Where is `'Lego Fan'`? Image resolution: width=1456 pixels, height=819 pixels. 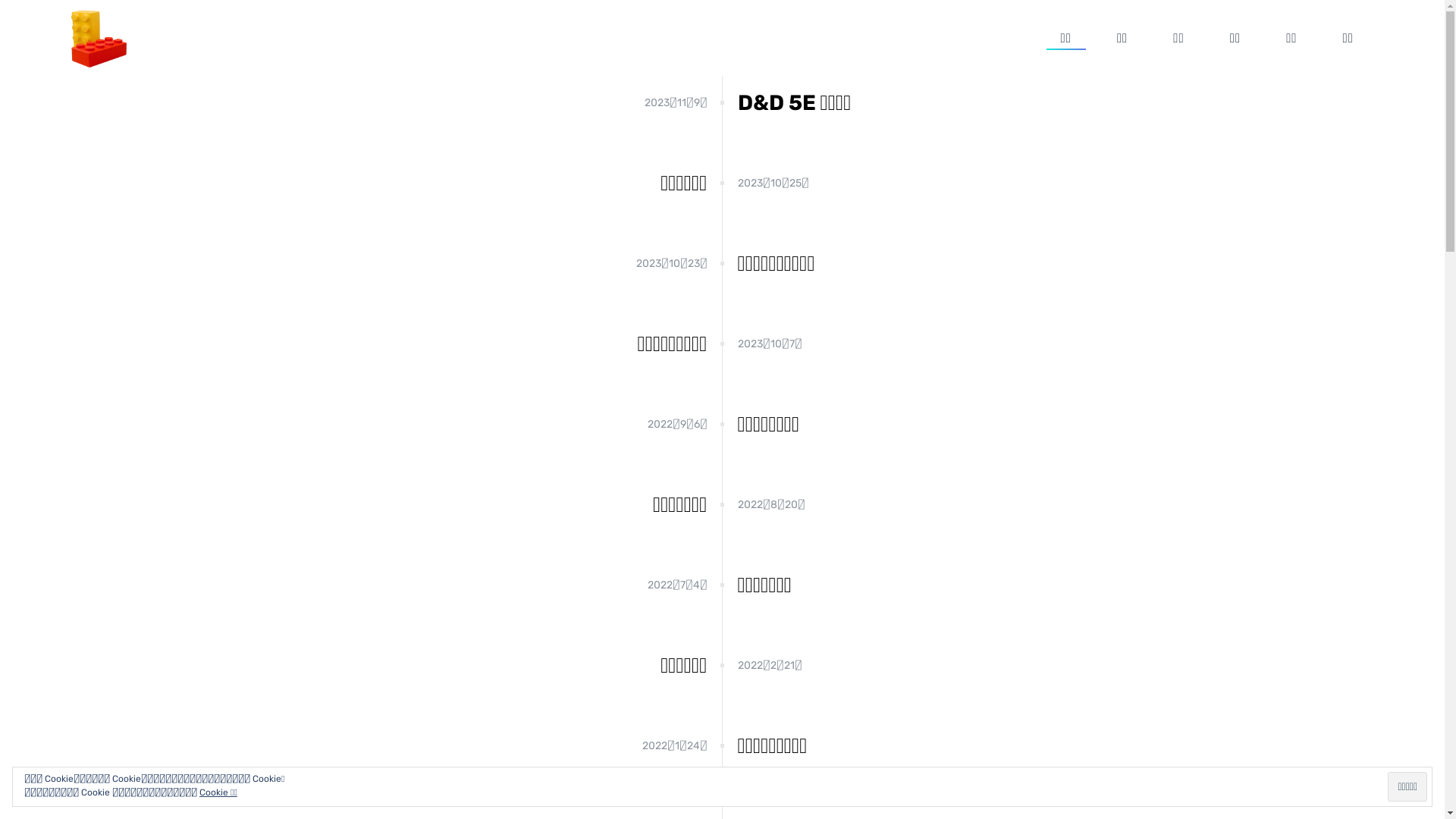
'Lego Fan' is located at coordinates (97, 37).